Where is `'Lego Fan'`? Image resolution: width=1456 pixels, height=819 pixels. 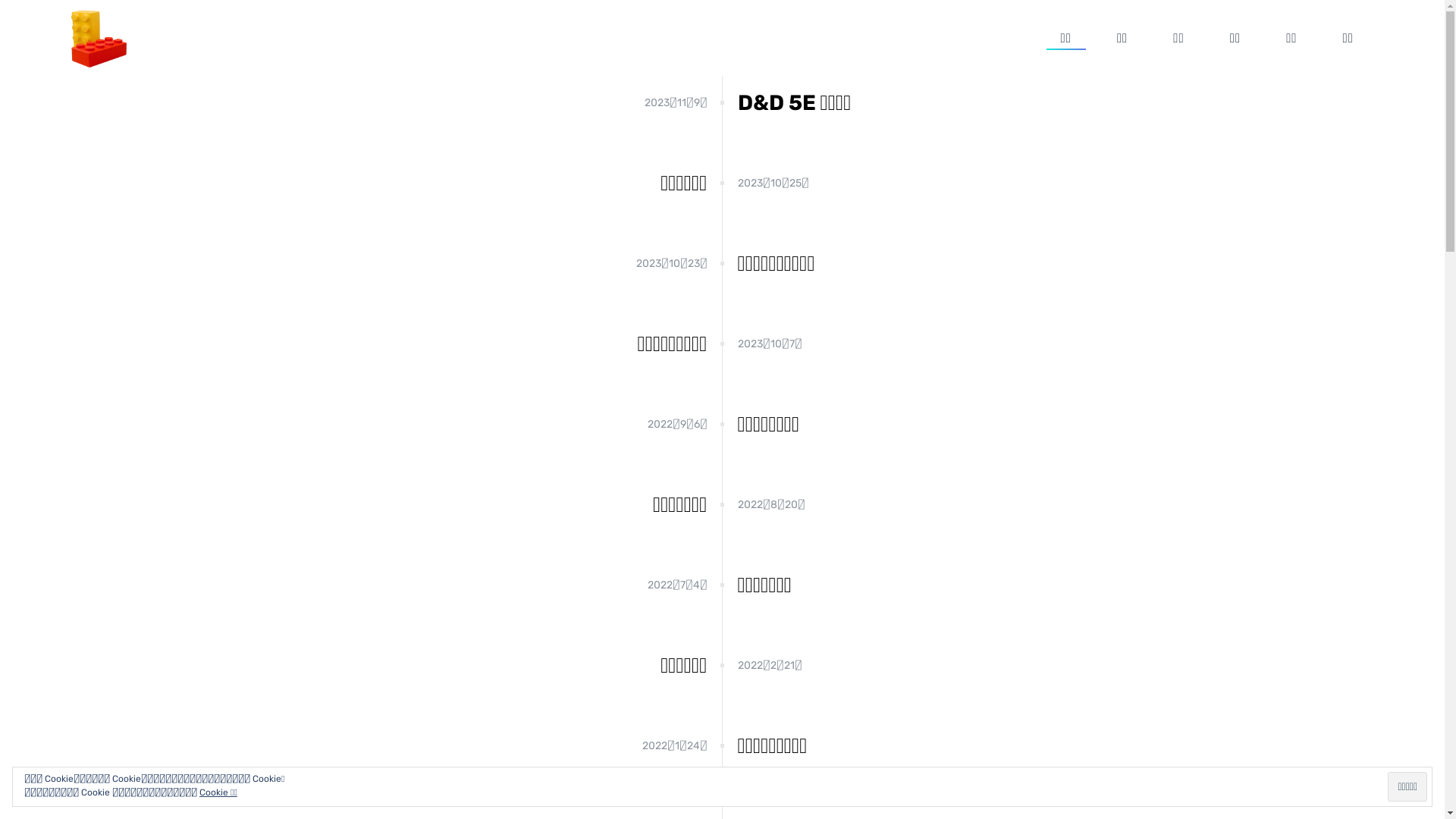
'Lego Fan' is located at coordinates (97, 37).